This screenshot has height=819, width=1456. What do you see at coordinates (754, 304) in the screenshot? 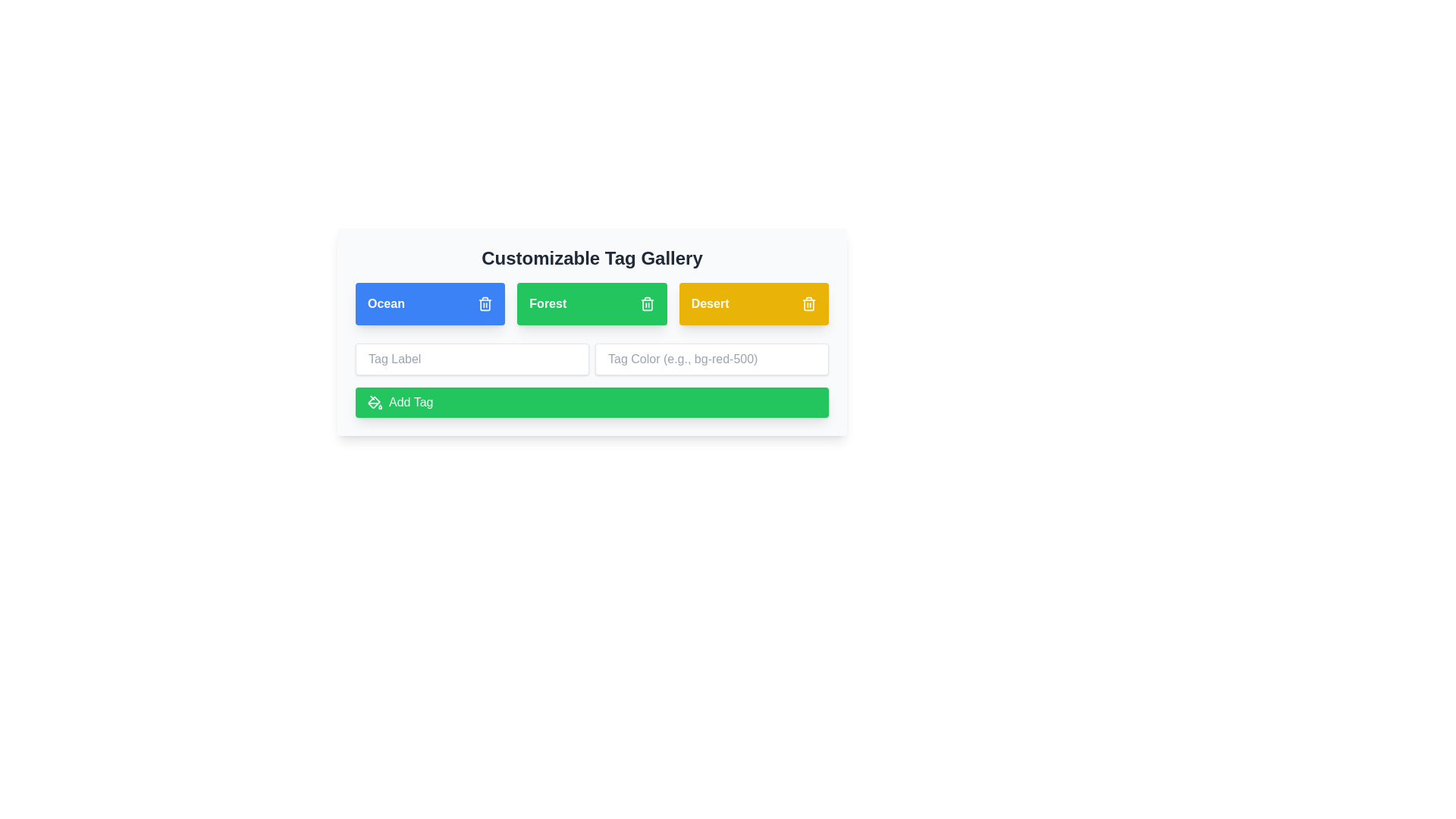
I see `the chip labeled Desert to select or highlight it` at bounding box center [754, 304].